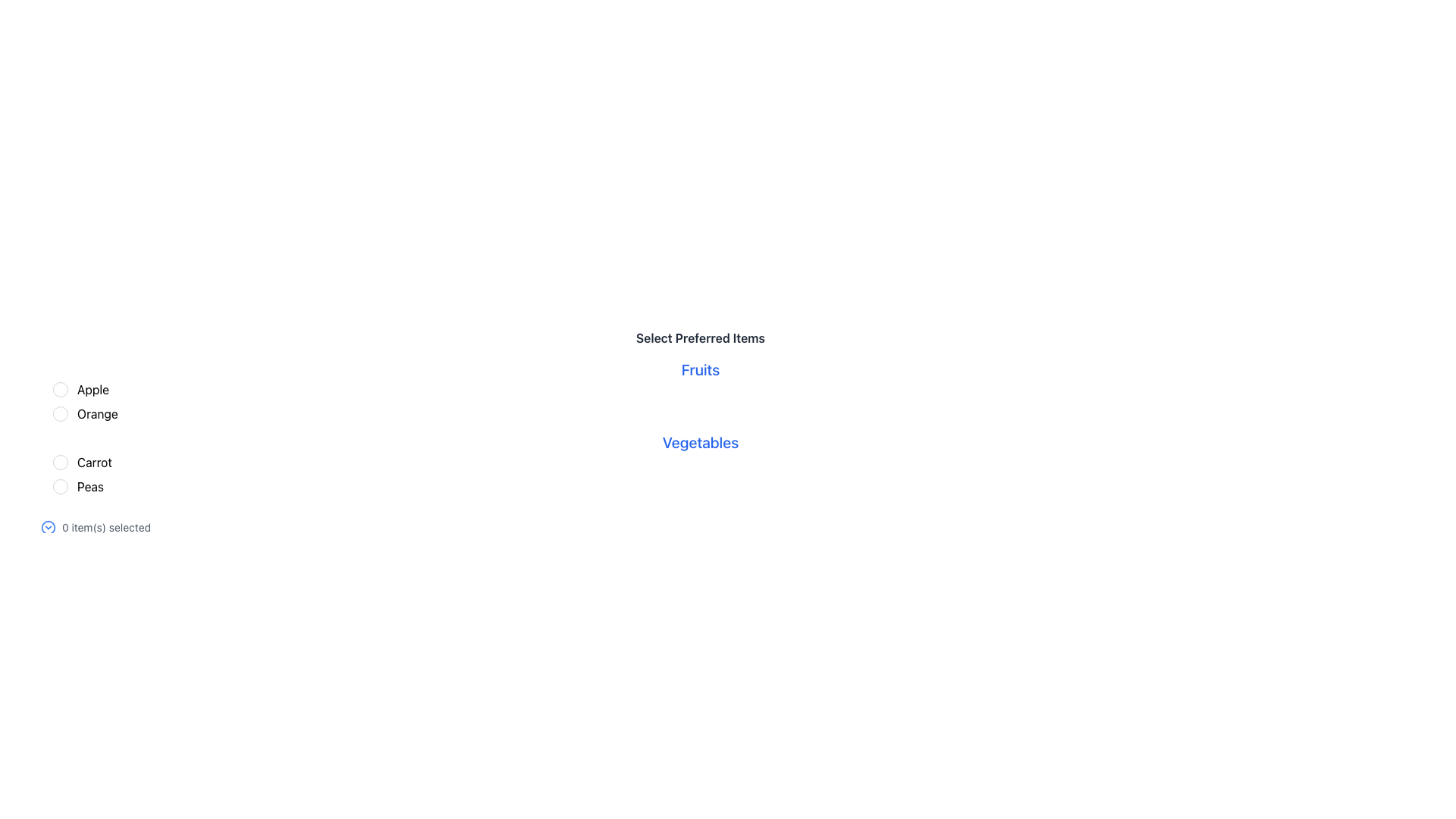  I want to click on the 'Vegetables' text label element, which is displayed in bold blue font and serves as a section heading for items like 'Carrot' and 'Peas', so click(700, 442).